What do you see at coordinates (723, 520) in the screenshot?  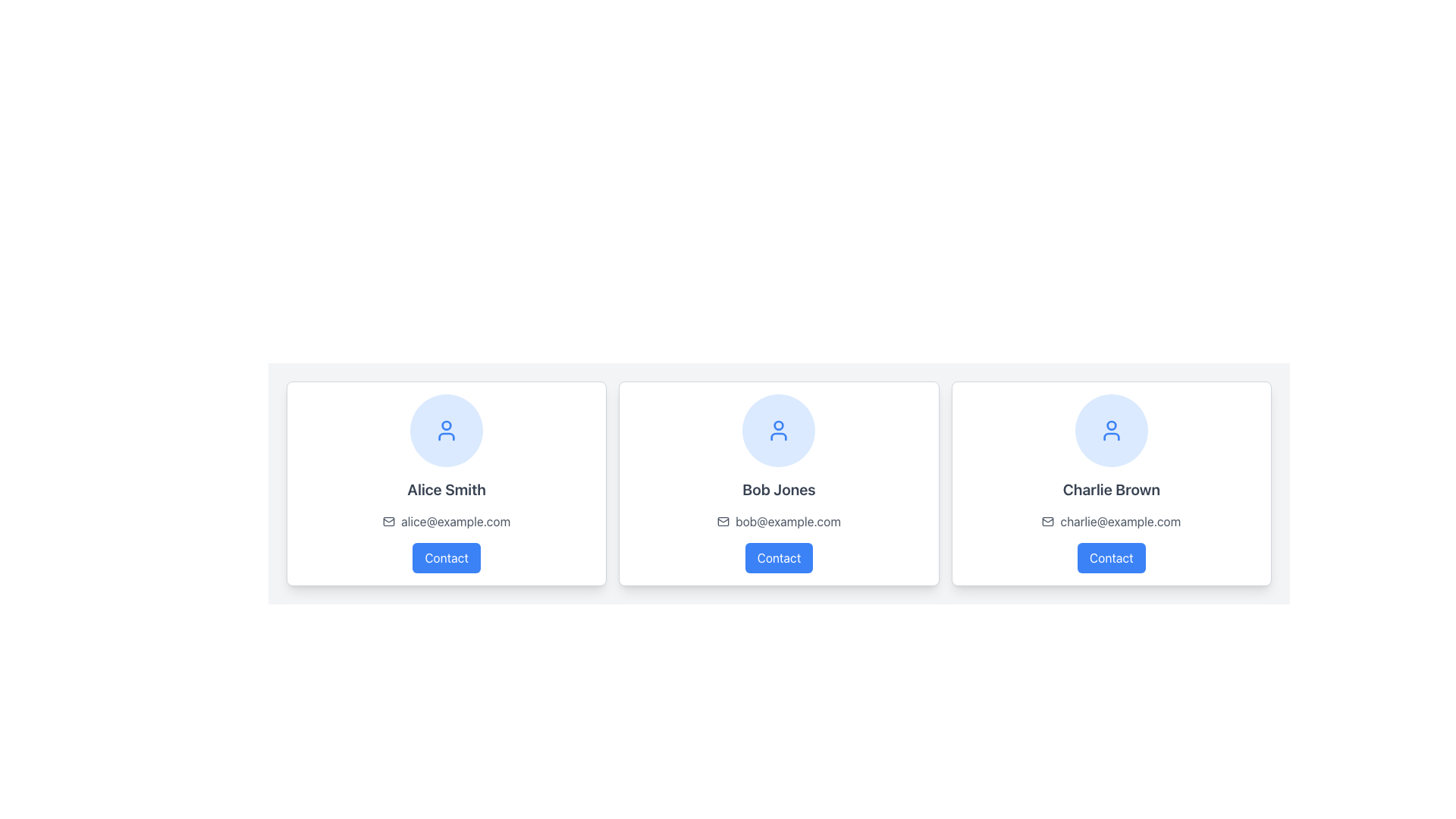 I see `the email icon located to the left of the email address 'bob@example.com' in the second card from the left` at bounding box center [723, 520].